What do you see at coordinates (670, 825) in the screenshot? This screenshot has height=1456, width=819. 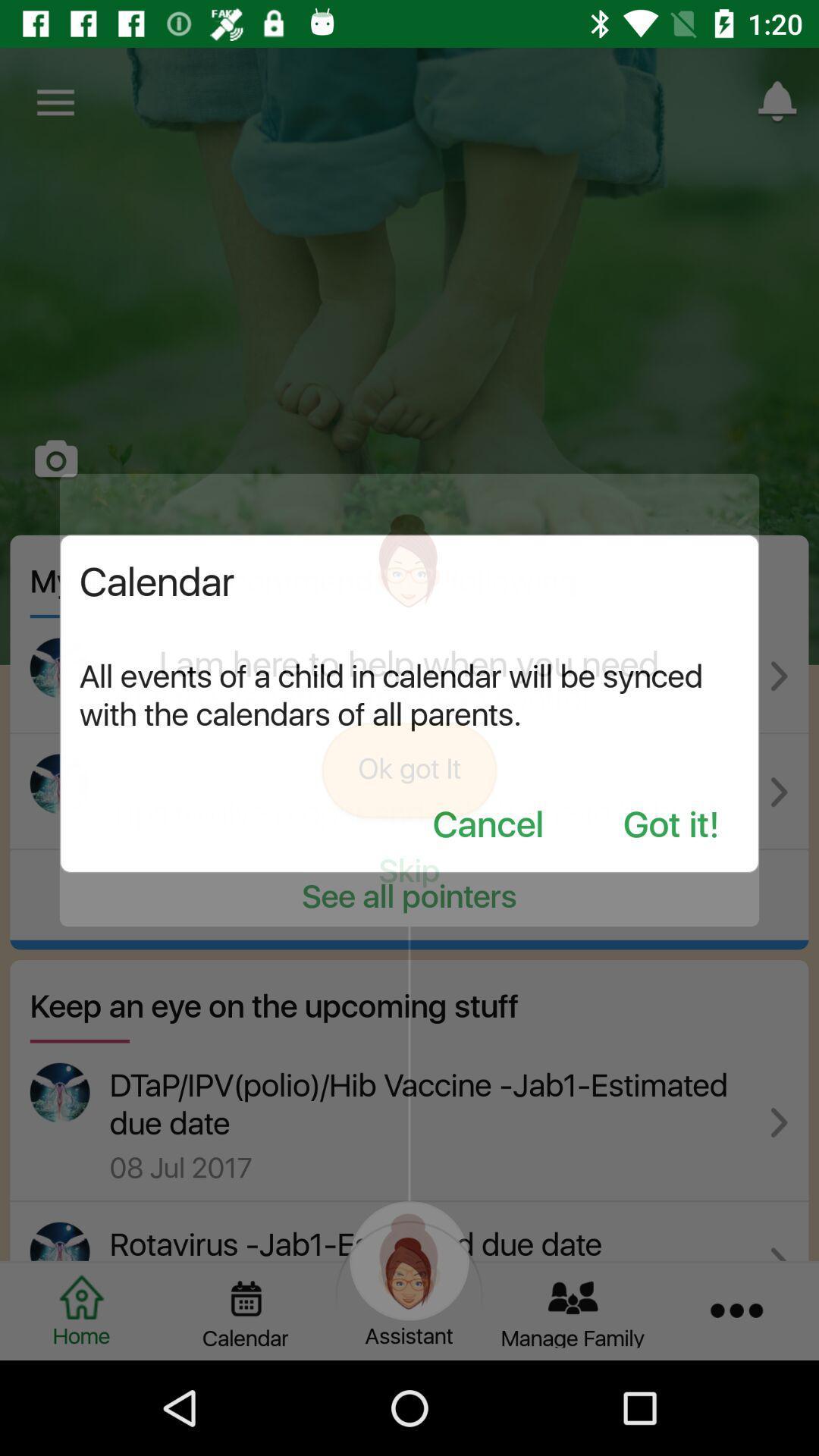 I see `got it!` at bounding box center [670, 825].